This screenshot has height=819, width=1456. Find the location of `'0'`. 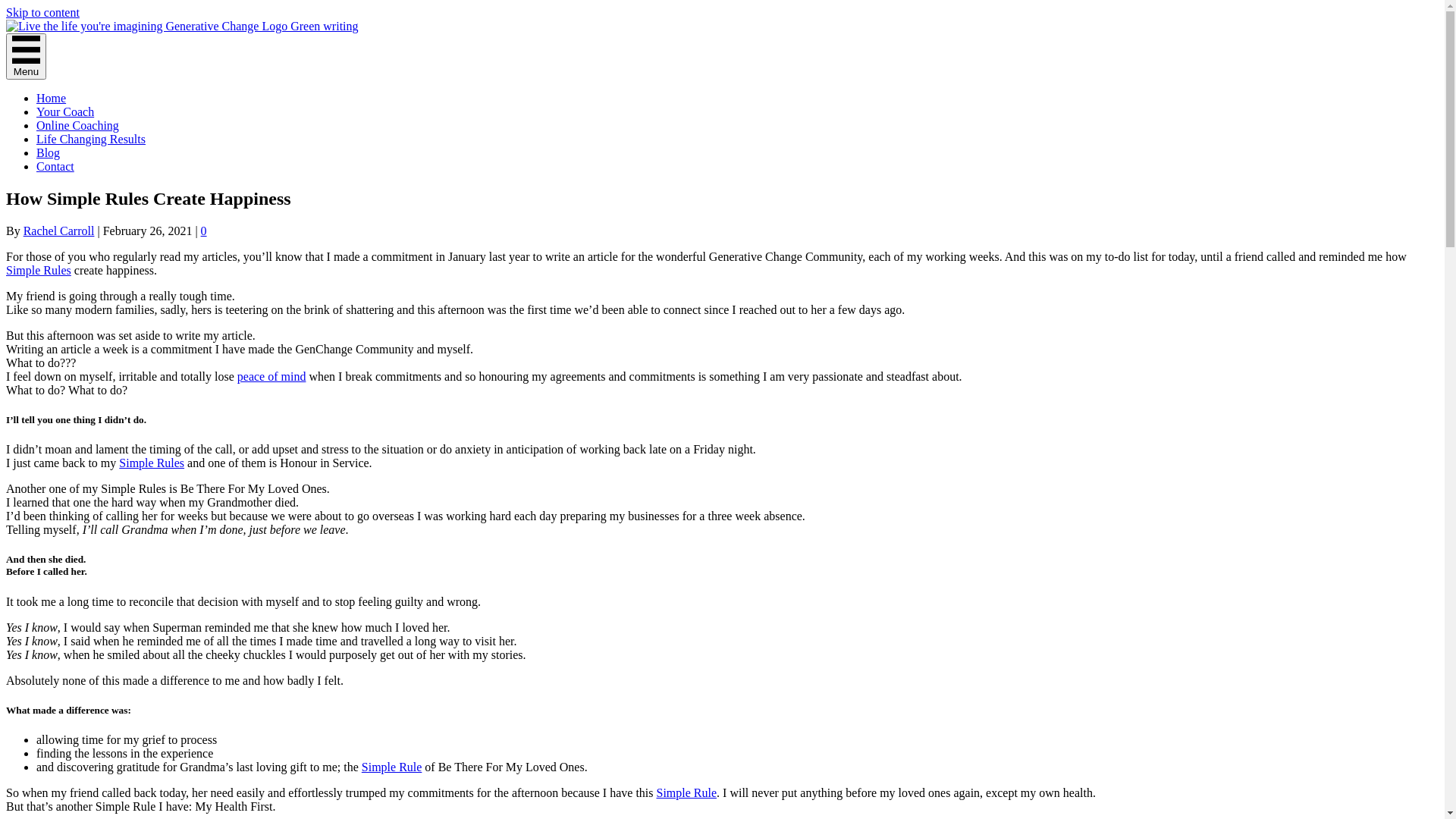

'0' is located at coordinates (202, 231).